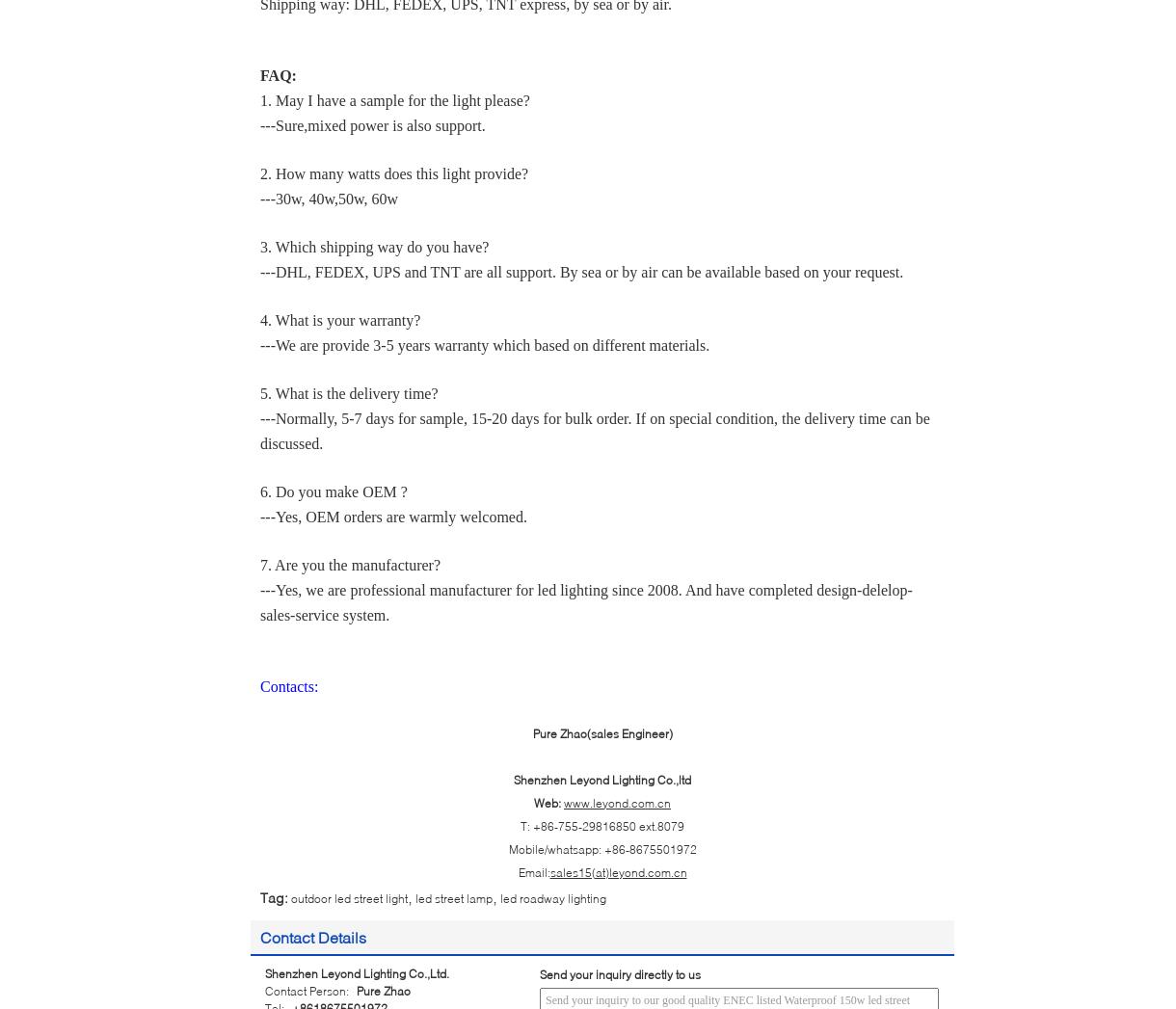 The height and width of the screenshot is (1009, 1176). I want to click on 'FAQ:', so click(258, 74).